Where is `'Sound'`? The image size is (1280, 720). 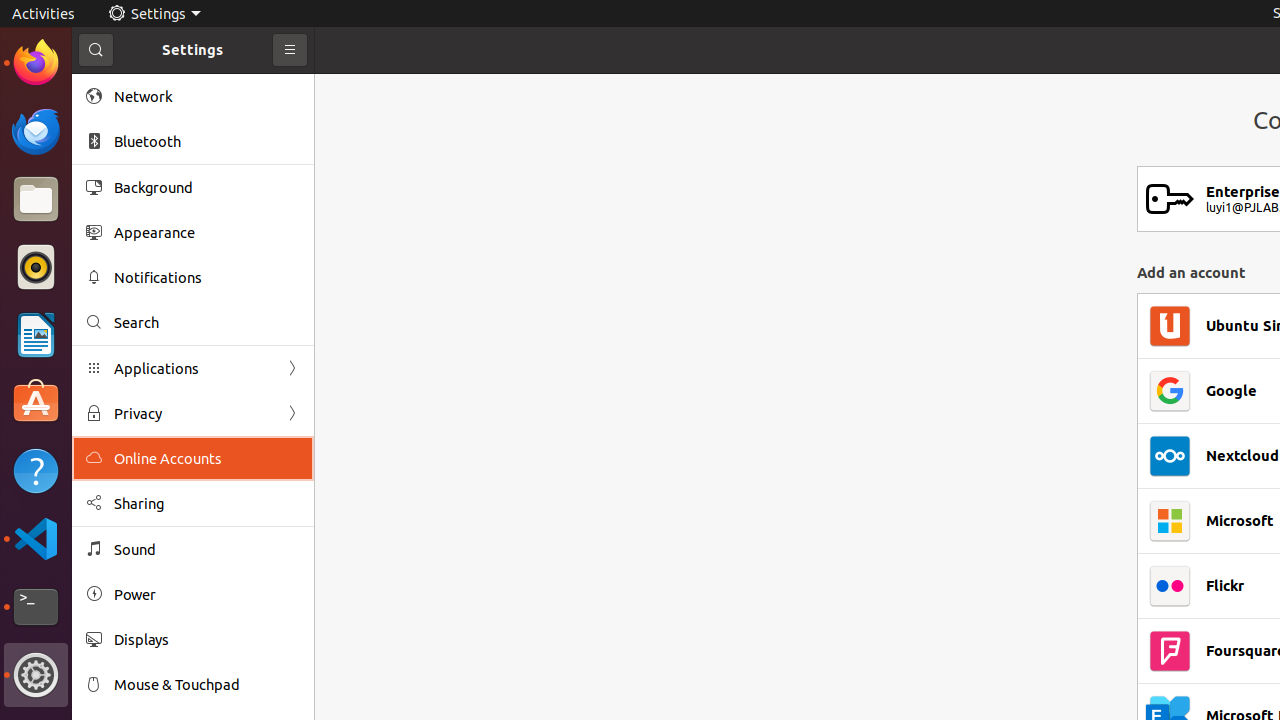 'Sound' is located at coordinates (206, 549).